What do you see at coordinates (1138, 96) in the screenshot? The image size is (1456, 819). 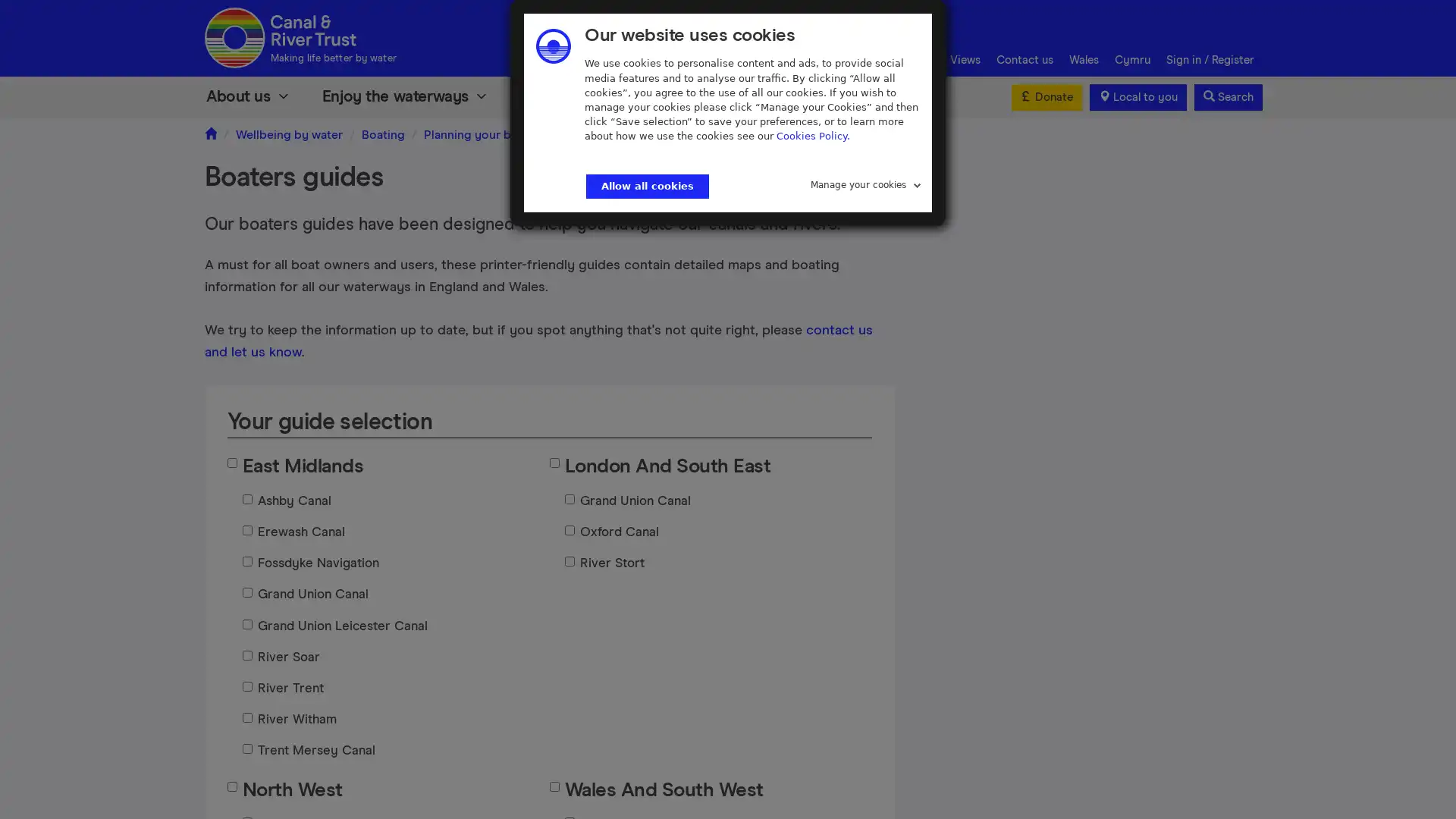 I see `Local to you` at bounding box center [1138, 96].